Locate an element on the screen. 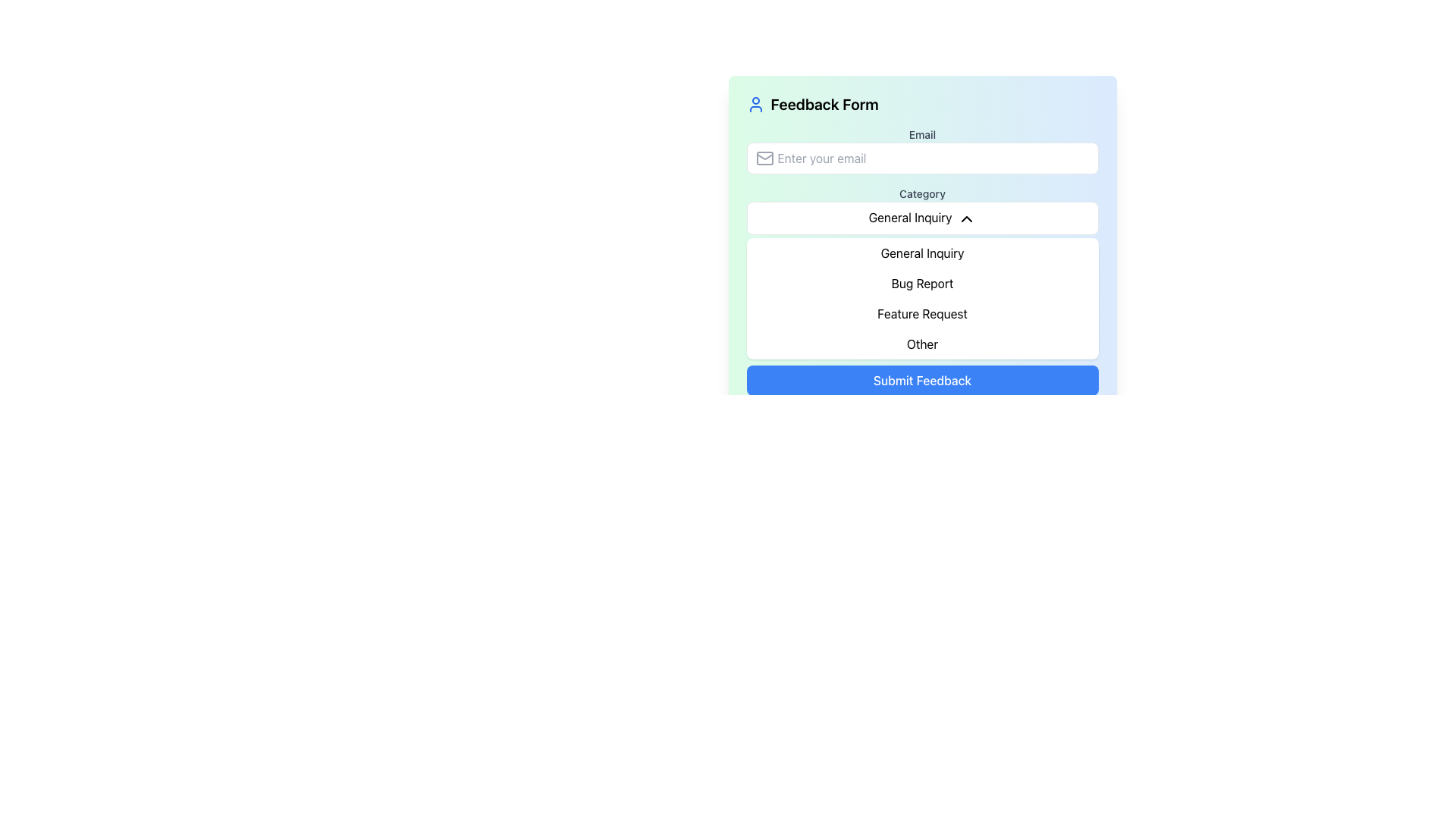  the 'Submit Feedback' button, which has a blue background and white text is located at coordinates (921, 379).